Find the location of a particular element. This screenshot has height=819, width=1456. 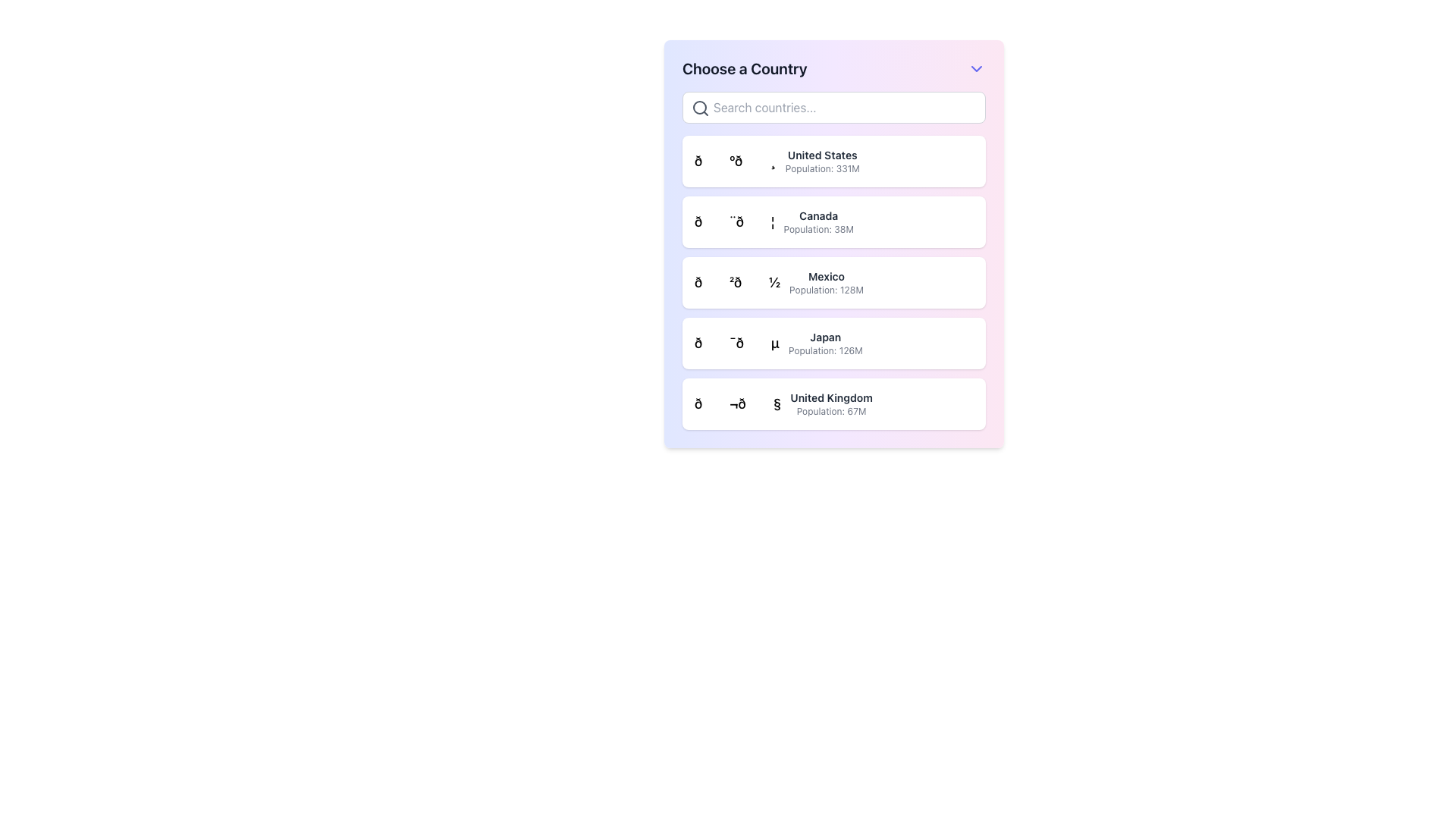

the bold emblem-like representation of the United Kingdom flag located in the fifth entry of the country details list is located at coordinates (738, 403).